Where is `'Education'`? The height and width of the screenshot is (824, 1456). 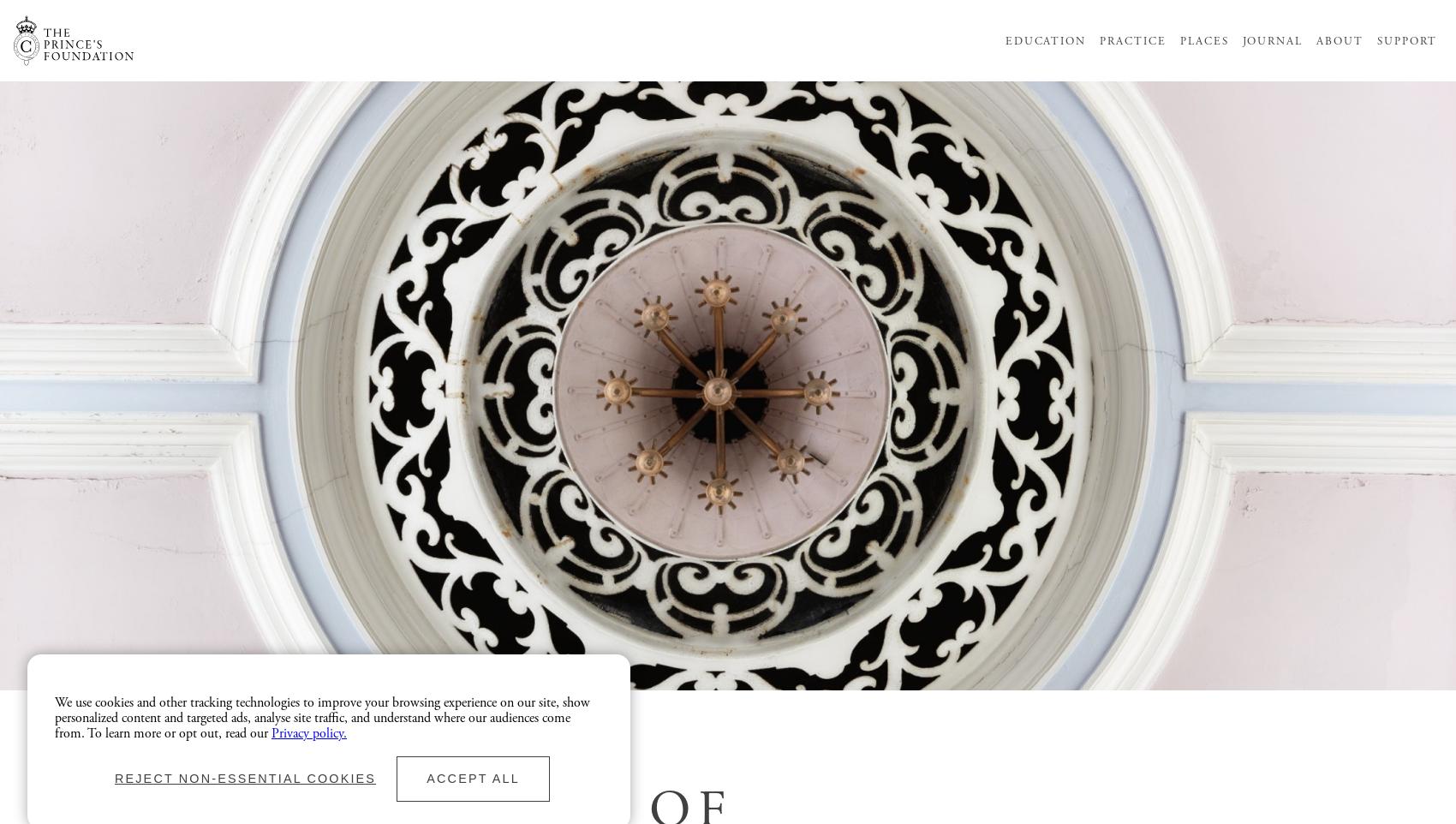
'Education' is located at coordinates (1044, 40).